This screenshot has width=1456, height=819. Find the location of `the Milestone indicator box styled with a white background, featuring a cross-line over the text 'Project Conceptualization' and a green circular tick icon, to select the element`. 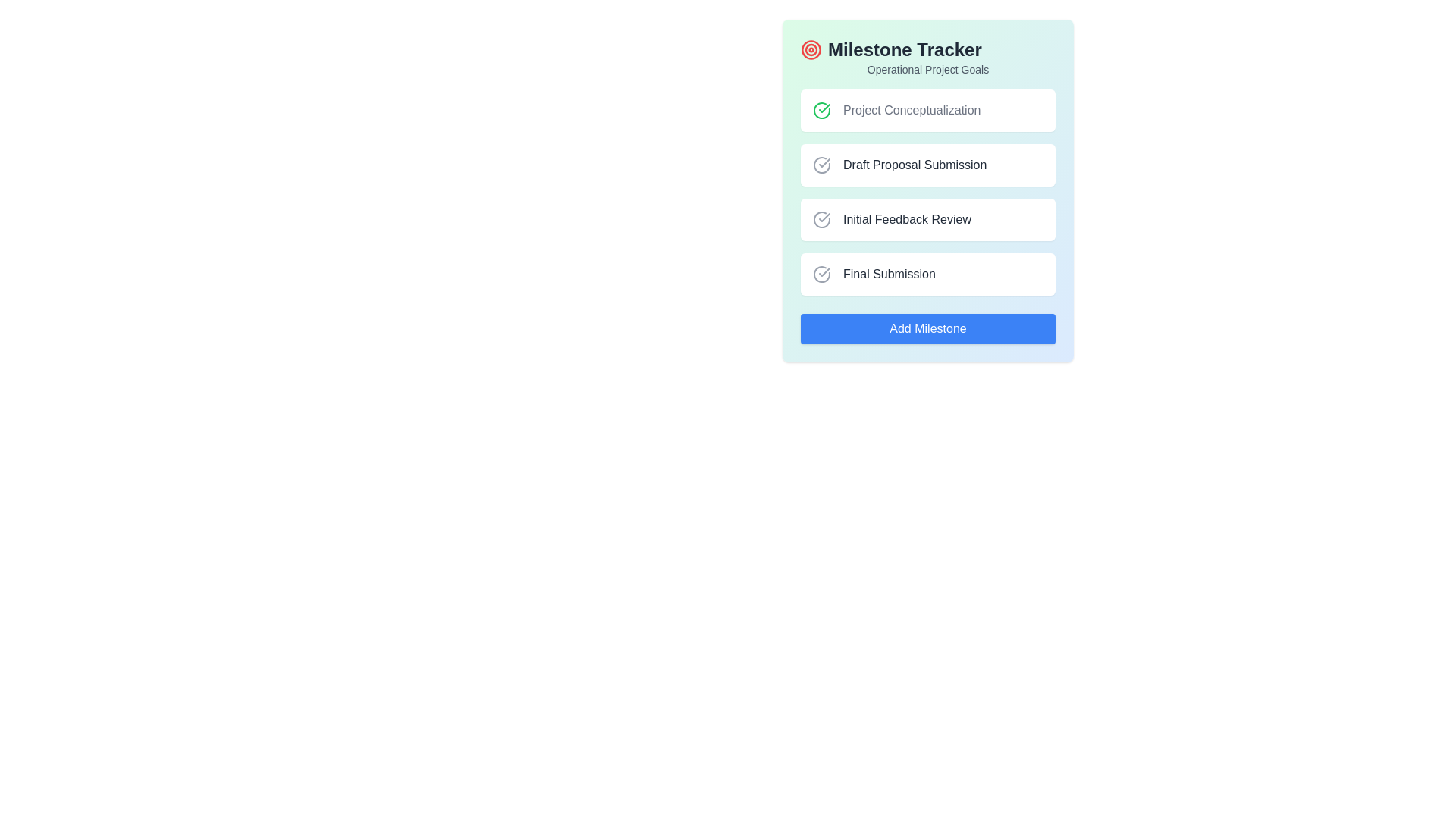

the Milestone indicator box styled with a white background, featuring a cross-line over the text 'Project Conceptualization' and a green circular tick icon, to select the element is located at coordinates (927, 110).